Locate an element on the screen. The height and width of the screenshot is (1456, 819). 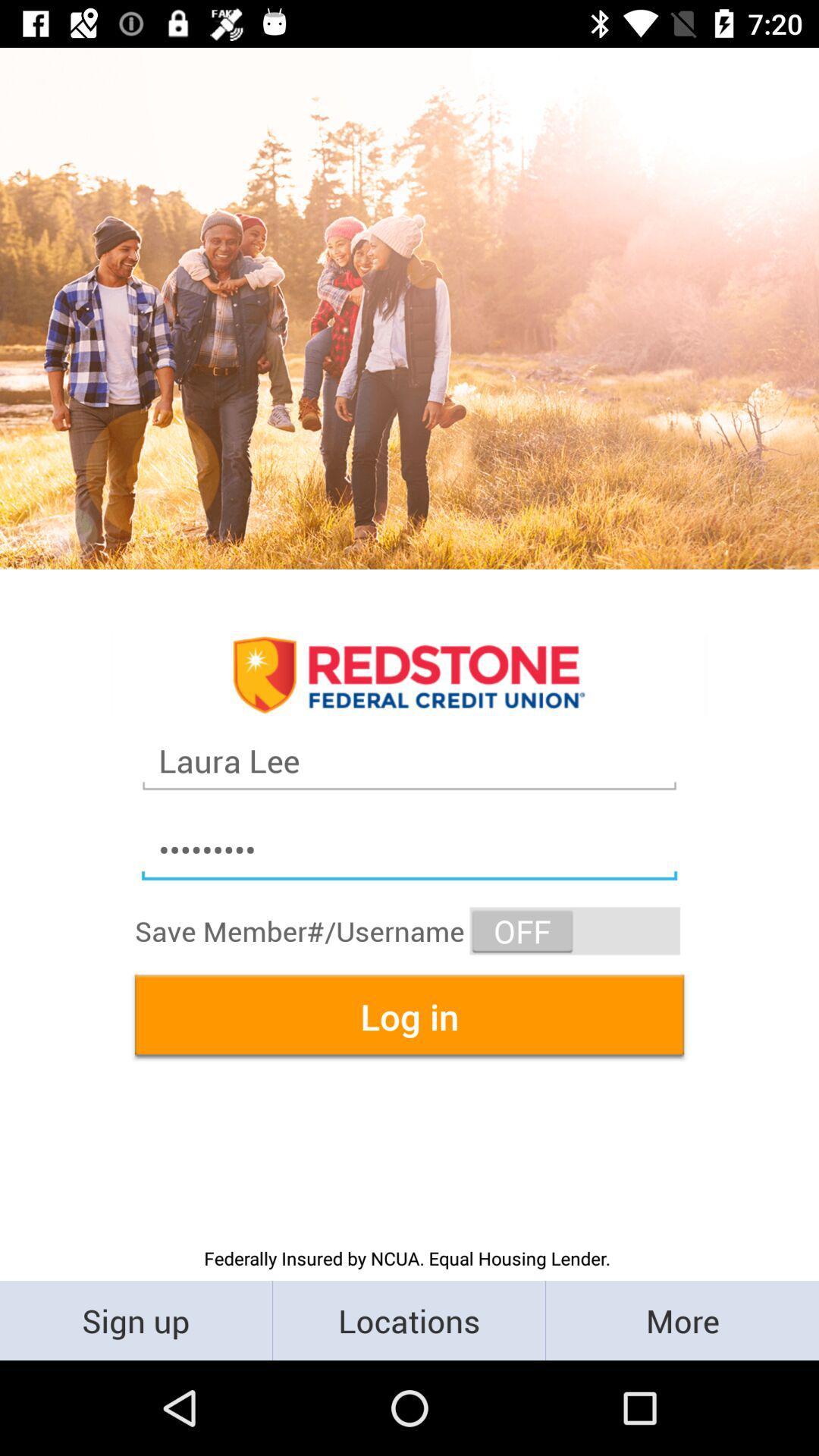
the item above log in item is located at coordinates (575, 930).